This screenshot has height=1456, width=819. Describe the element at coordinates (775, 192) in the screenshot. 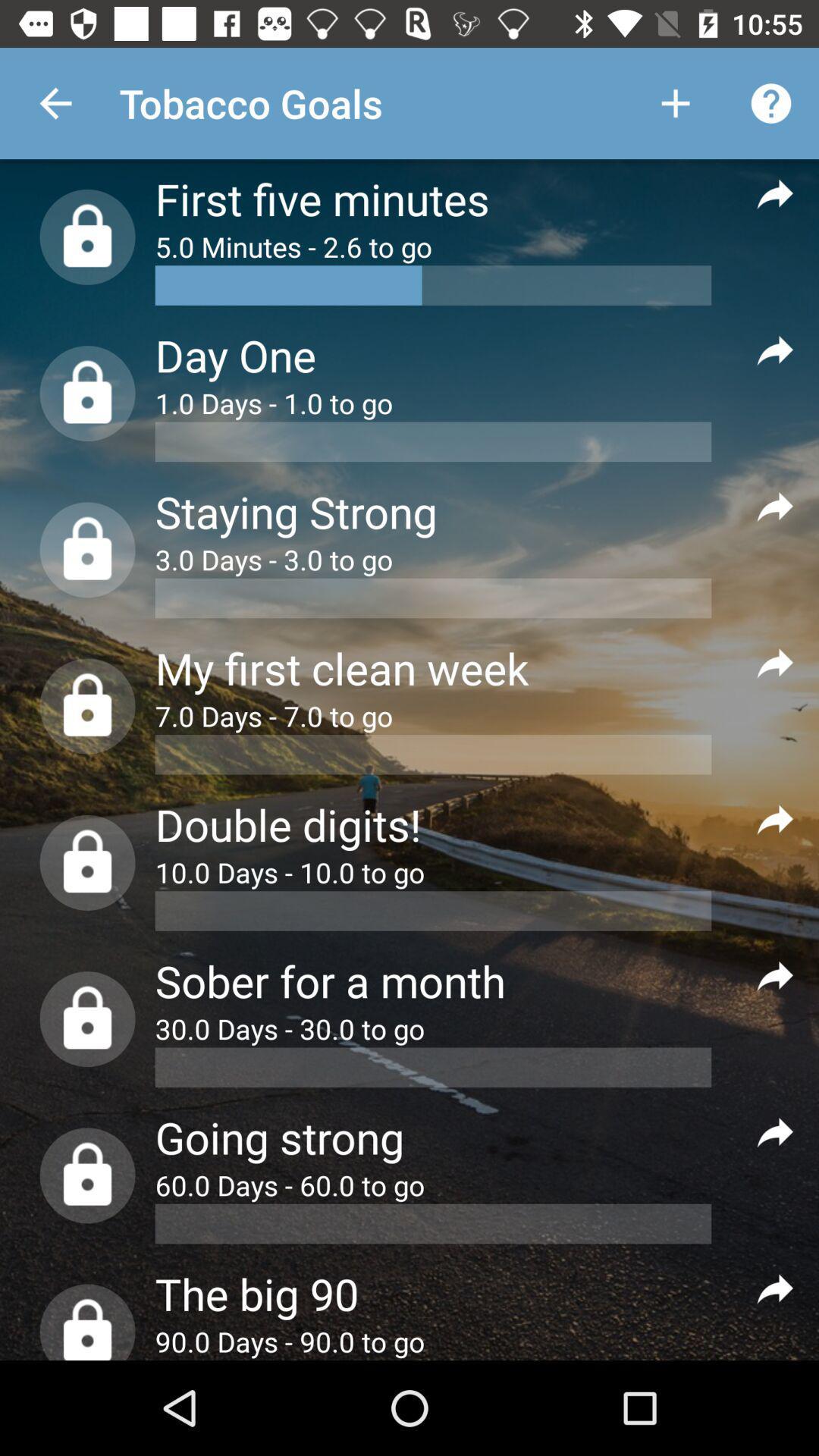

I see `share goal` at that location.